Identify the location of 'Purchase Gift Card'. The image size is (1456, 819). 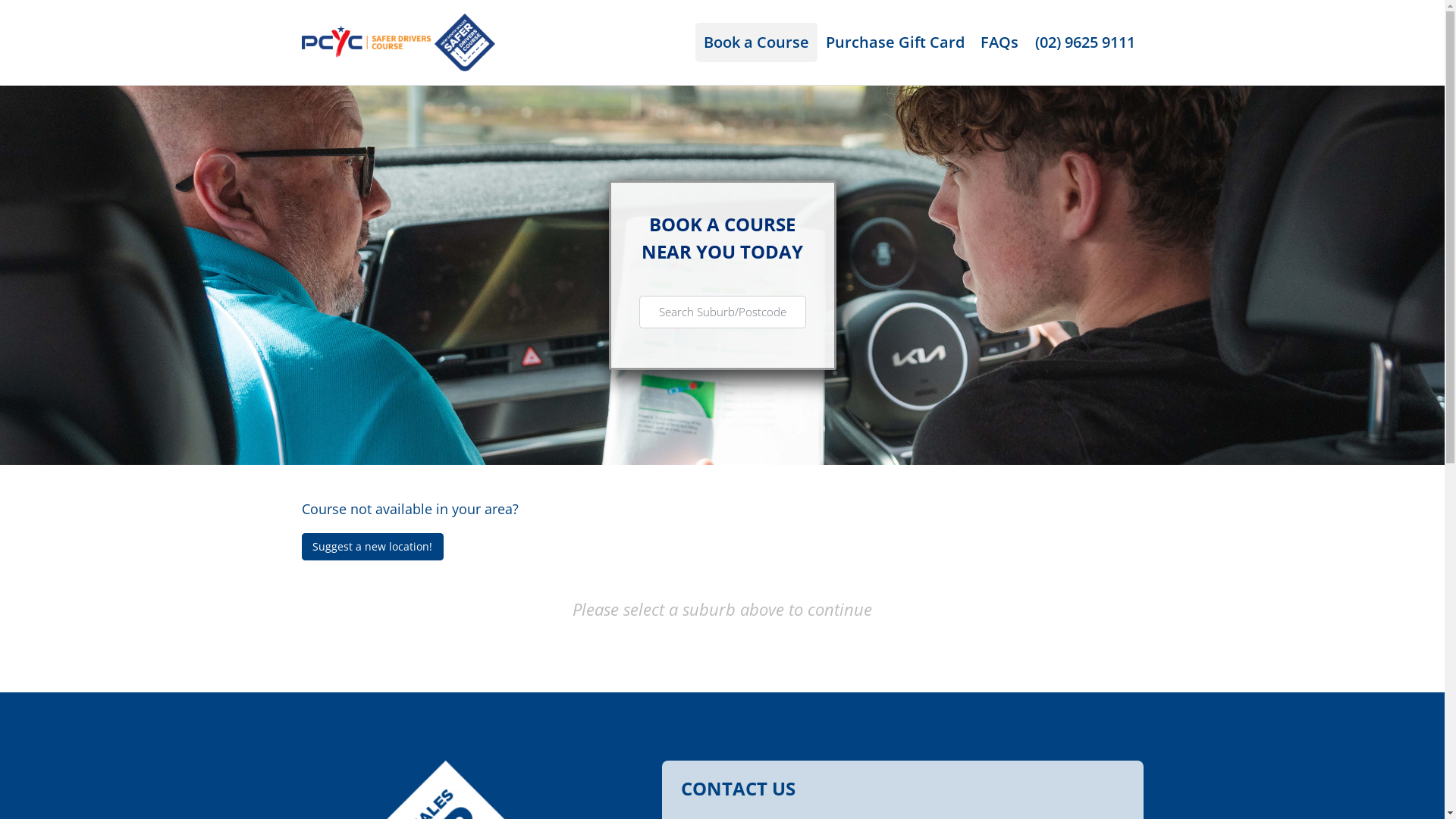
(895, 42).